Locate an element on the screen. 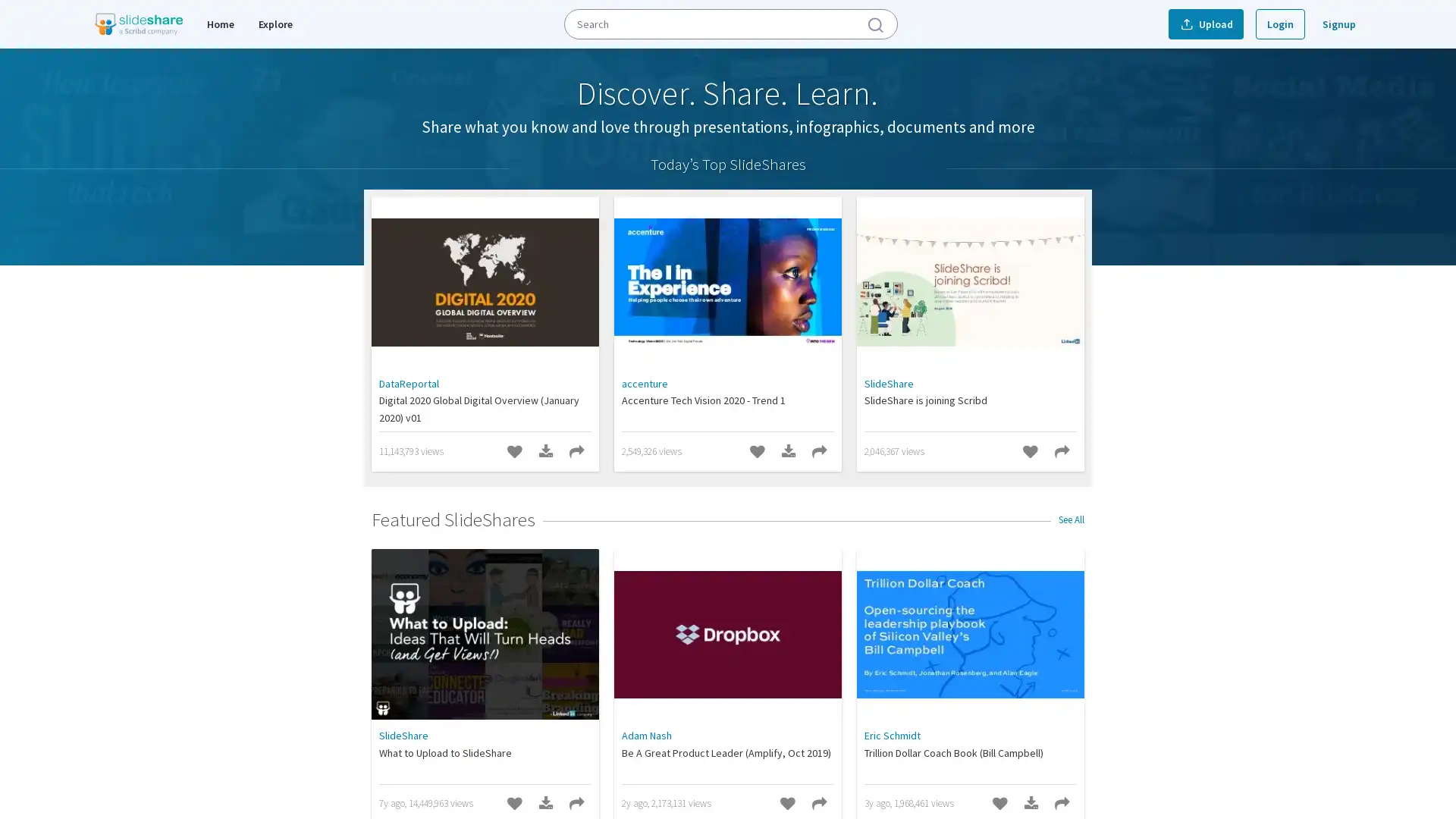 This screenshot has width=1456, height=819. Like SlideShare is joining Scribd SlideShare. is located at coordinates (1031, 450).